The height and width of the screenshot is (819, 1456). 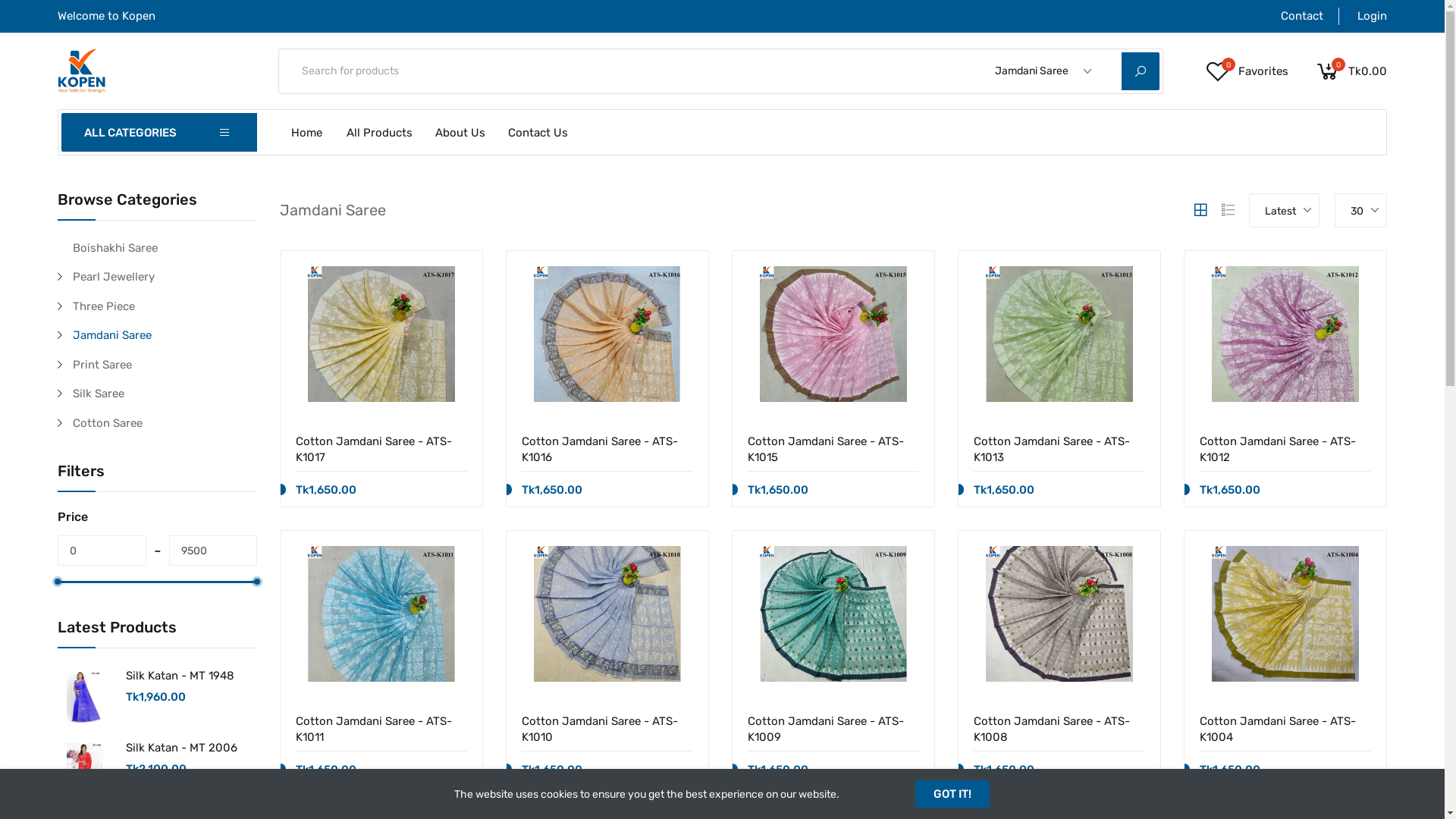 I want to click on 'Boishakhi Saree', so click(x=72, y=247).